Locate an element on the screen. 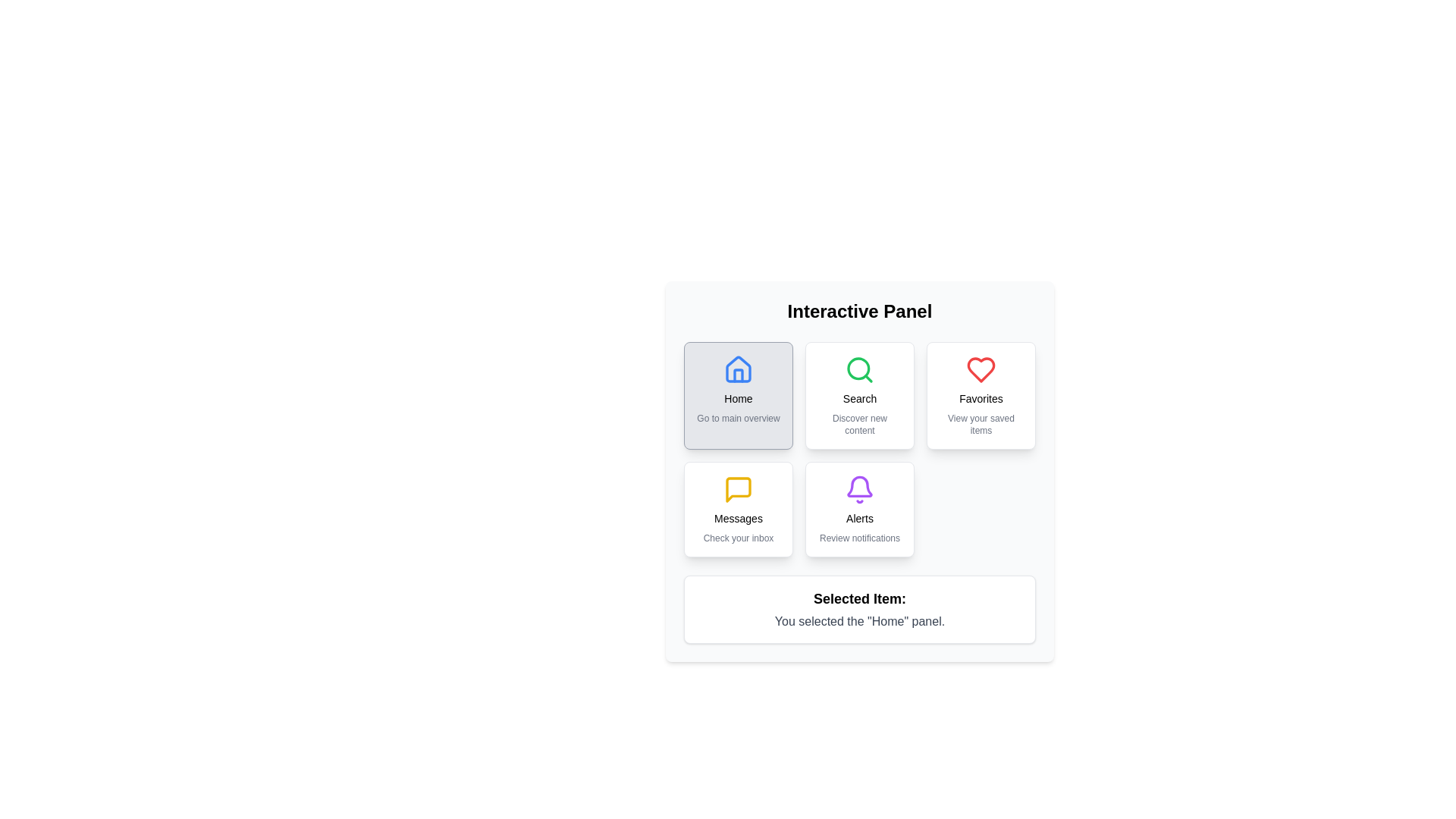 The height and width of the screenshot is (819, 1456). the house-shaped icon with a blue outline located in the upper portion of the 'Home' tile in the top-left corner of the grid layout is located at coordinates (739, 369).